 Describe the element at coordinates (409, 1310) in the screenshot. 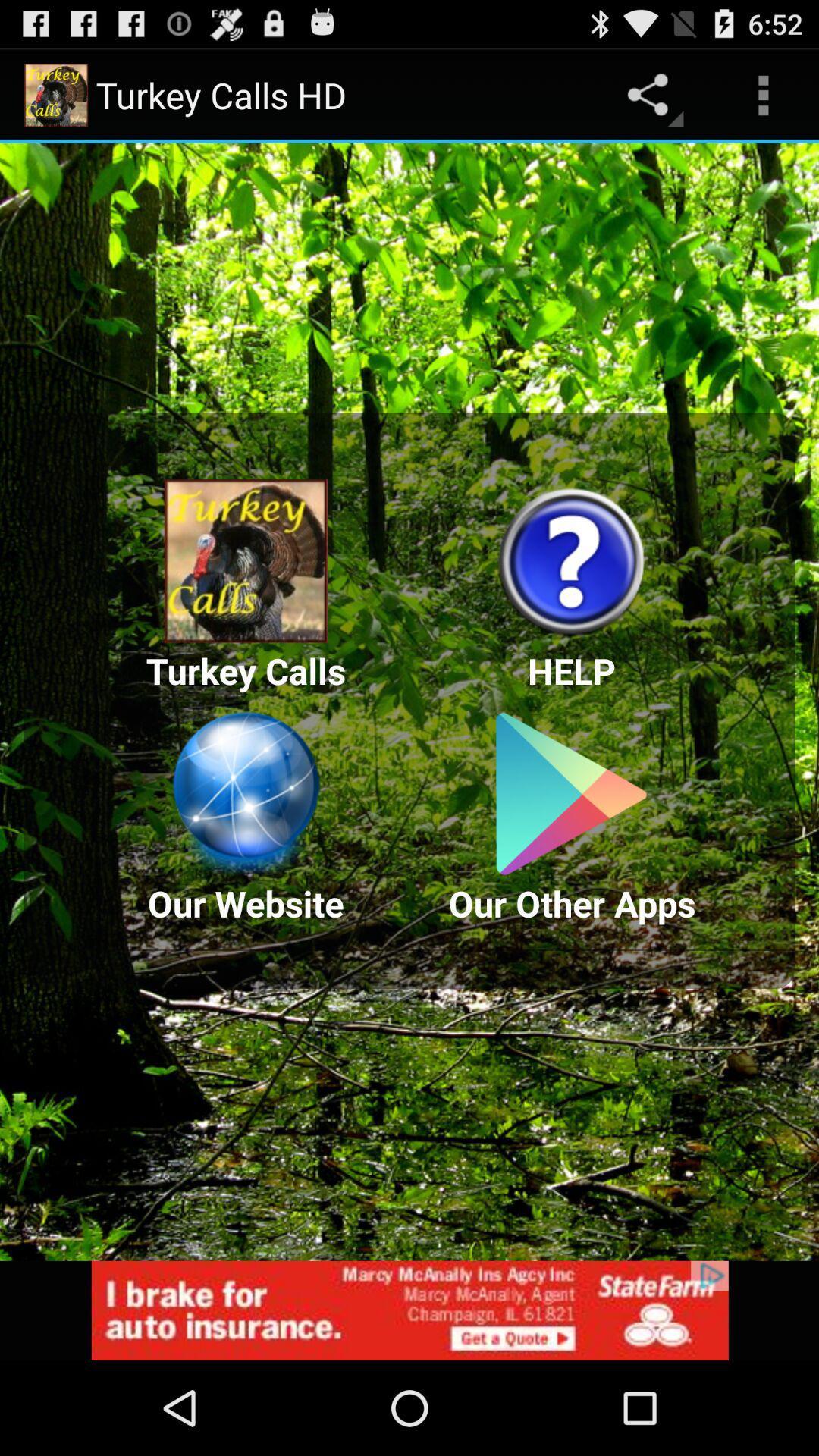

I see `lower advertisement bar` at that location.